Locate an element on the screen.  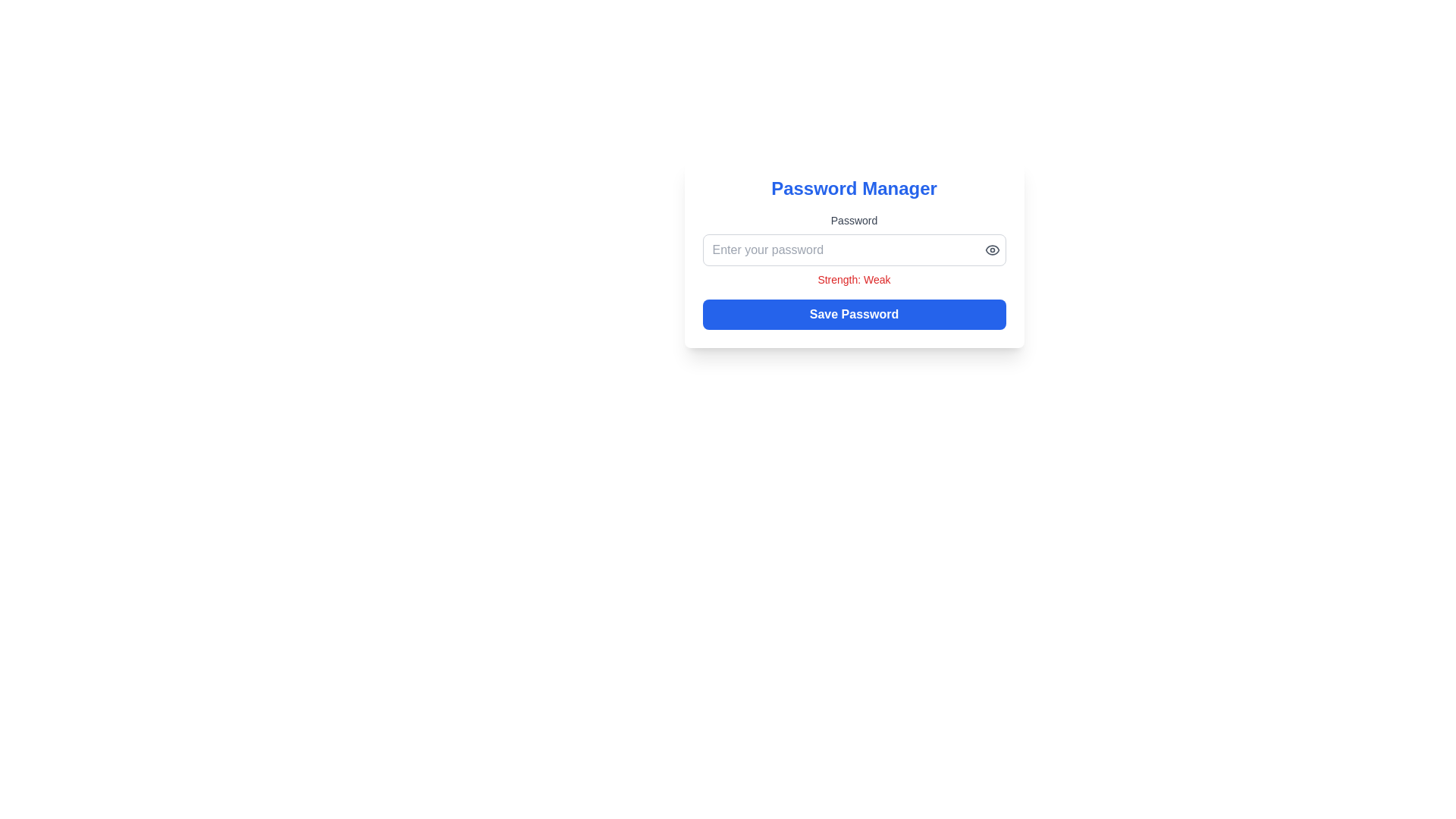
the blue 'Save Password' button with white text that is located below the text 'Strength: Weak' is located at coordinates (854, 314).